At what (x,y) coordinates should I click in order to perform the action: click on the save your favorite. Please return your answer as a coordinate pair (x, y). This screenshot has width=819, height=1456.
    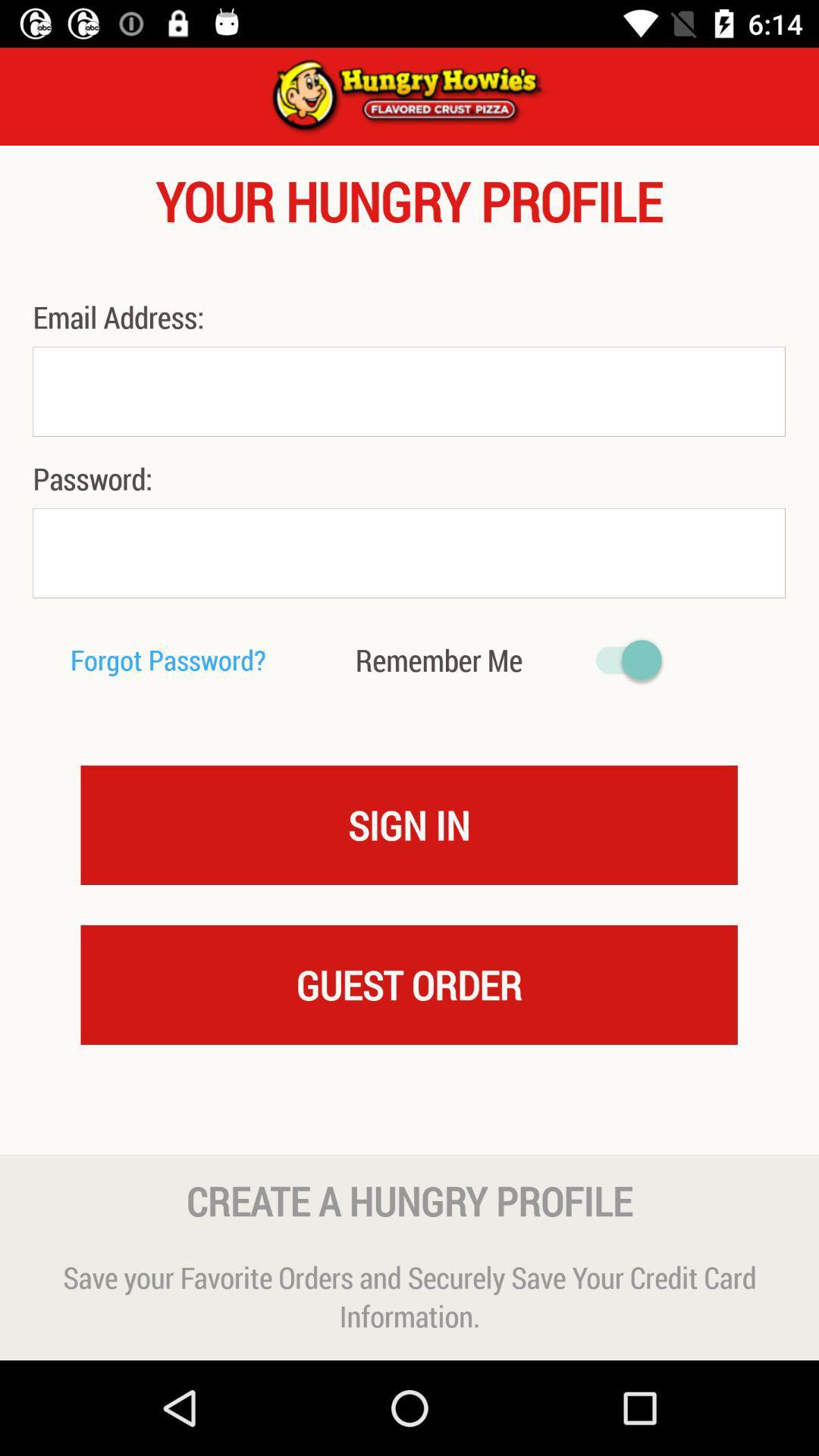
    Looking at the image, I should click on (409, 1295).